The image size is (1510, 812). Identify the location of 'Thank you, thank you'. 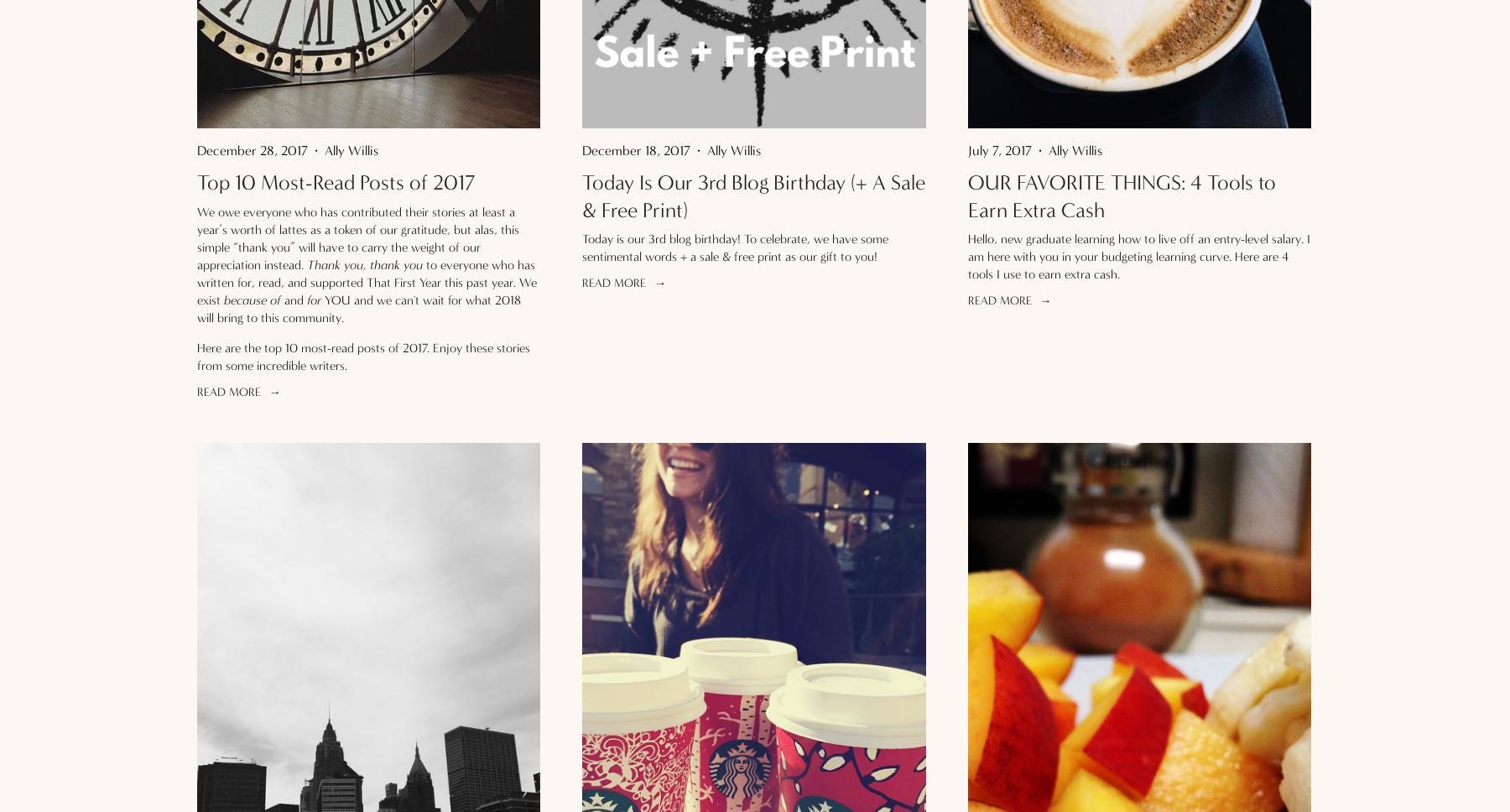
(306, 263).